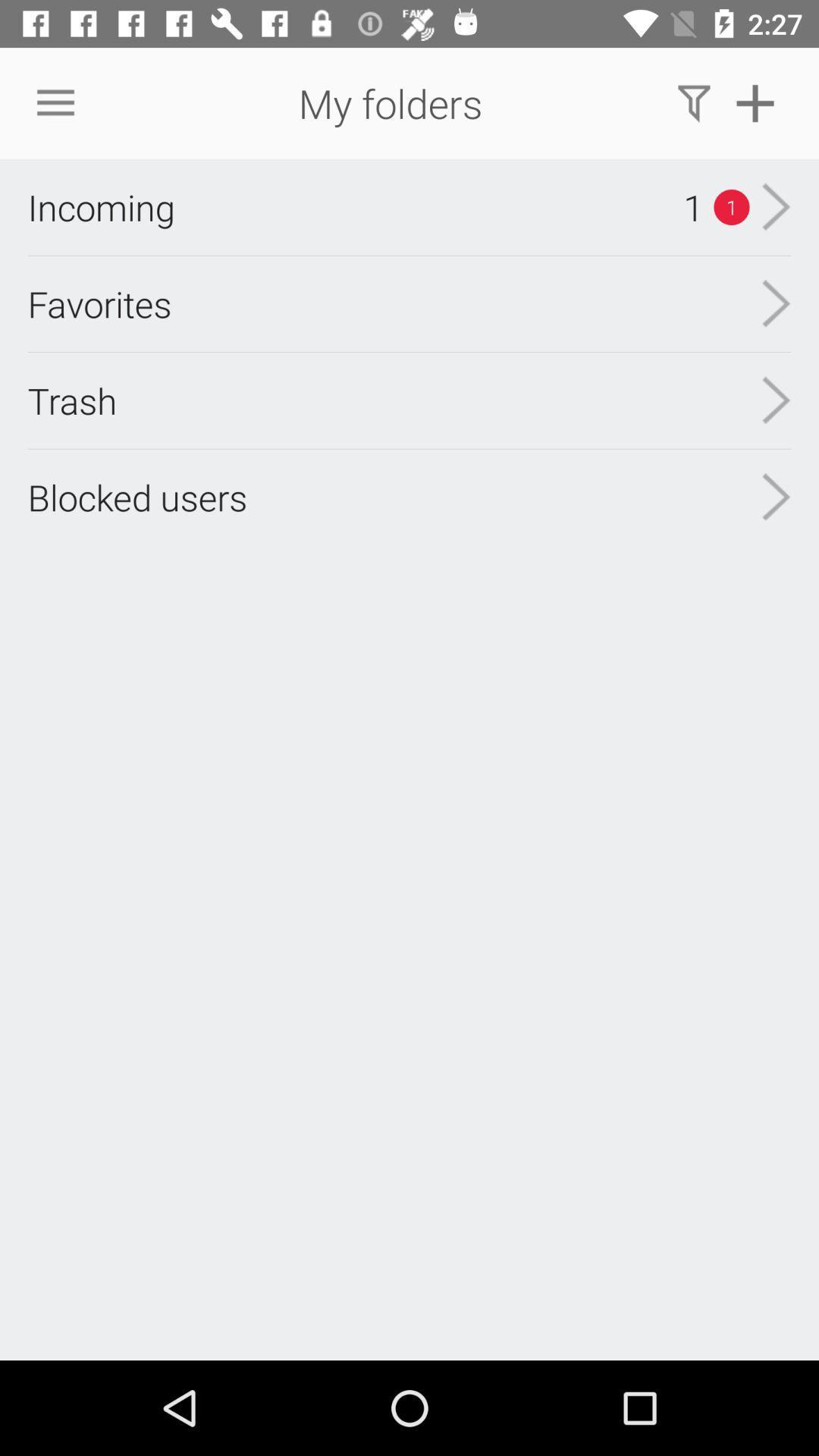 This screenshot has width=819, height=1456. Describe the element at coordinates (101, 206) in the screenshot. I see `incoming` at that location.